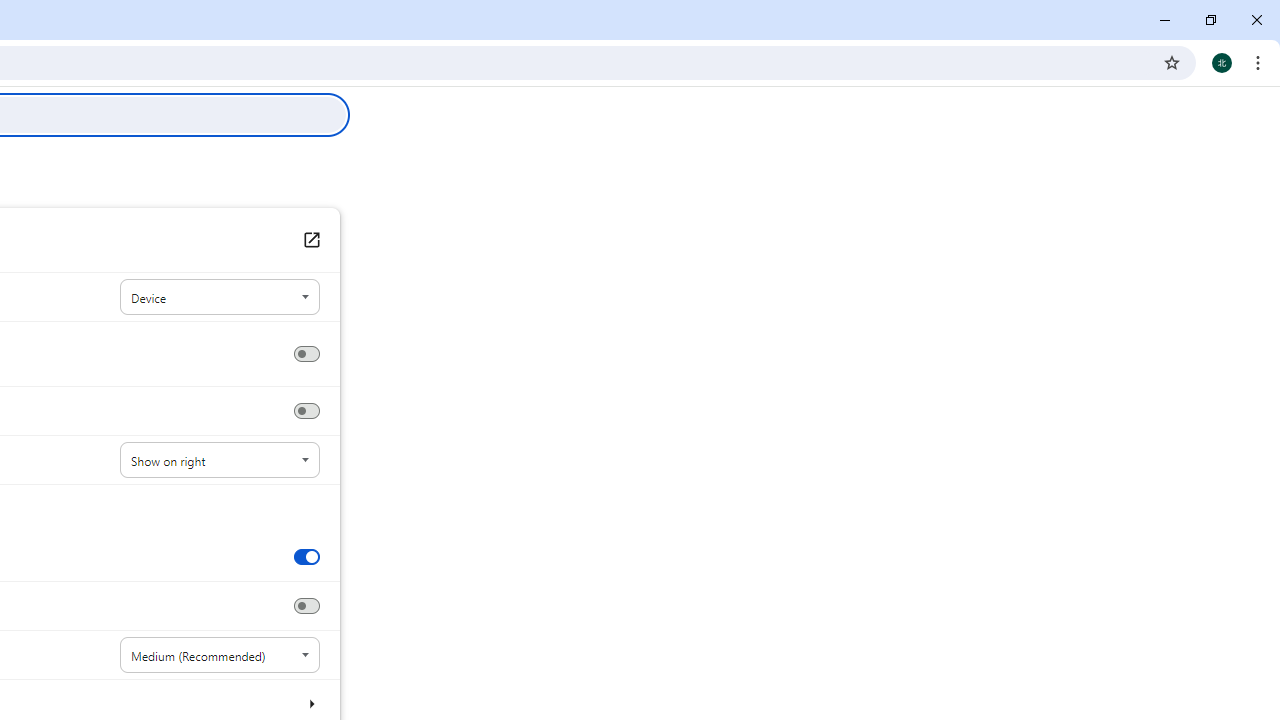 The image size is (1280, 720). What do you see at coordinates (219, 460) in the screenshot?
I see `'Side panel position'` at bounding box center [219, 460].